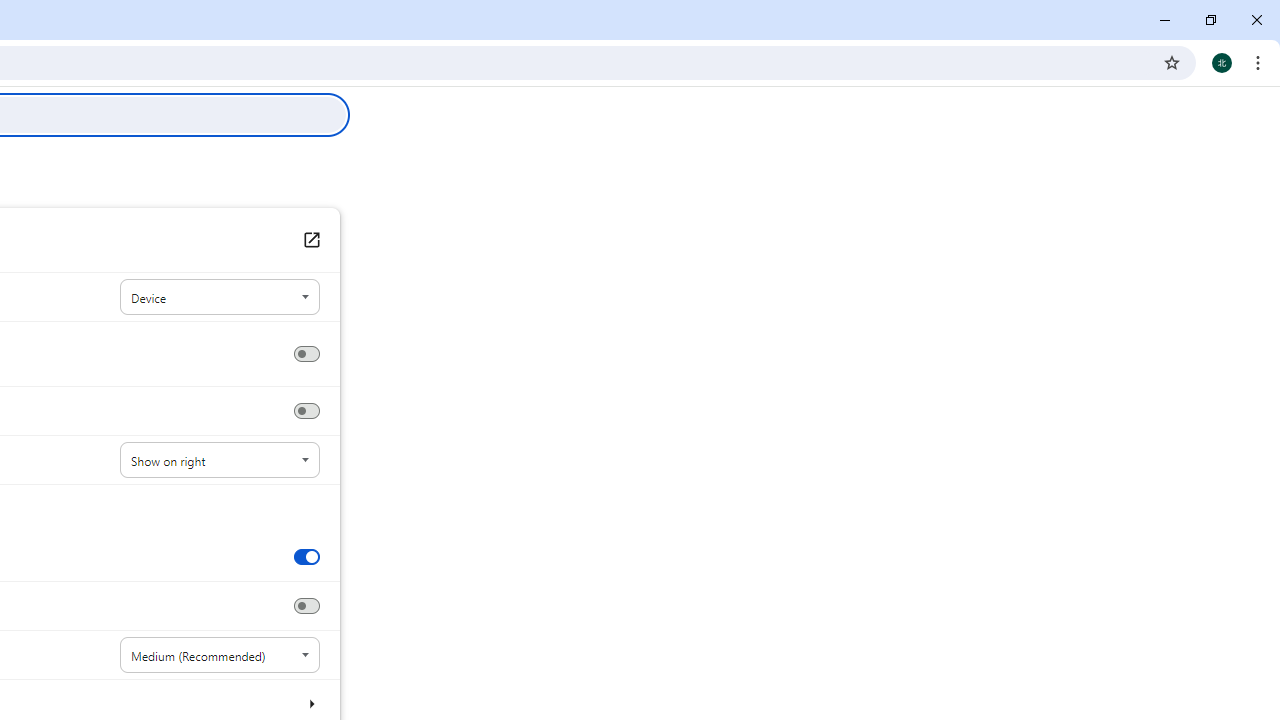 The image size is (1280, 720). What do you see at coordinates (219, 460) in the screenshot?
I see `'Side panel position'` at bounding box center [219, 460].